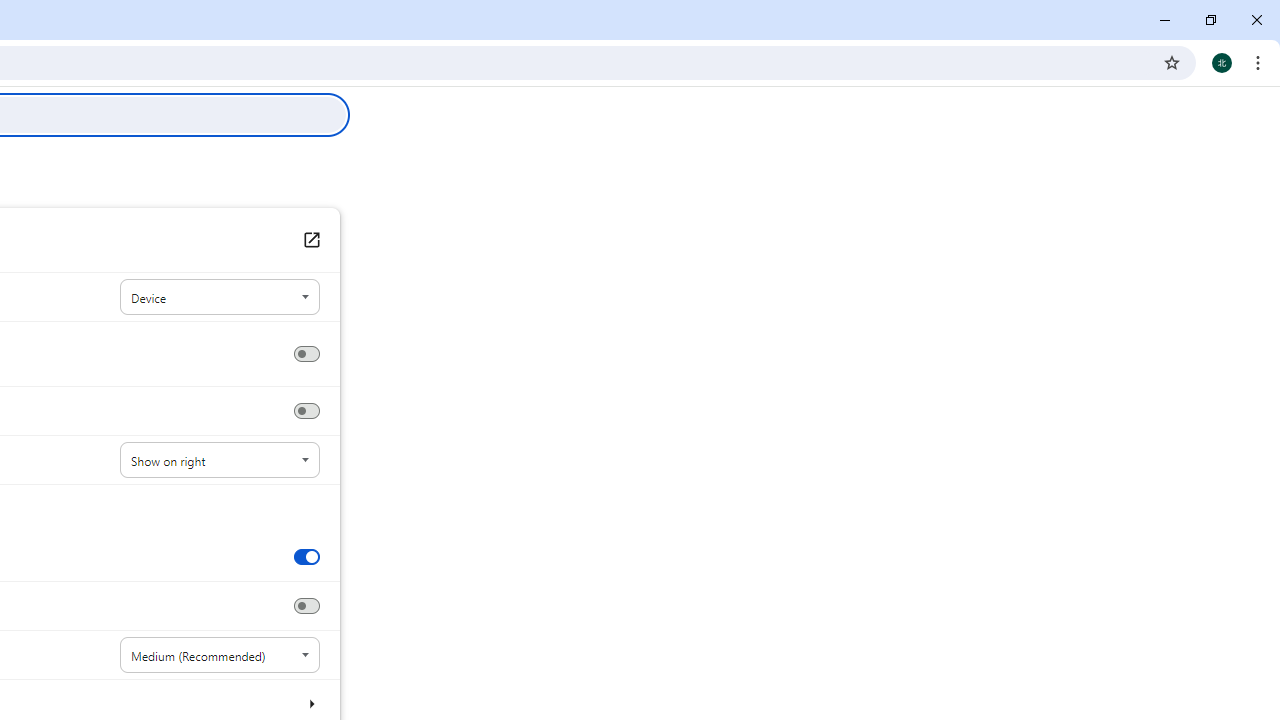 The image size is (1280, 720). What do you see at coordinates (219, 460) in the screenshot?
I see `'Side panel position'` at bounding box center [219, 460].